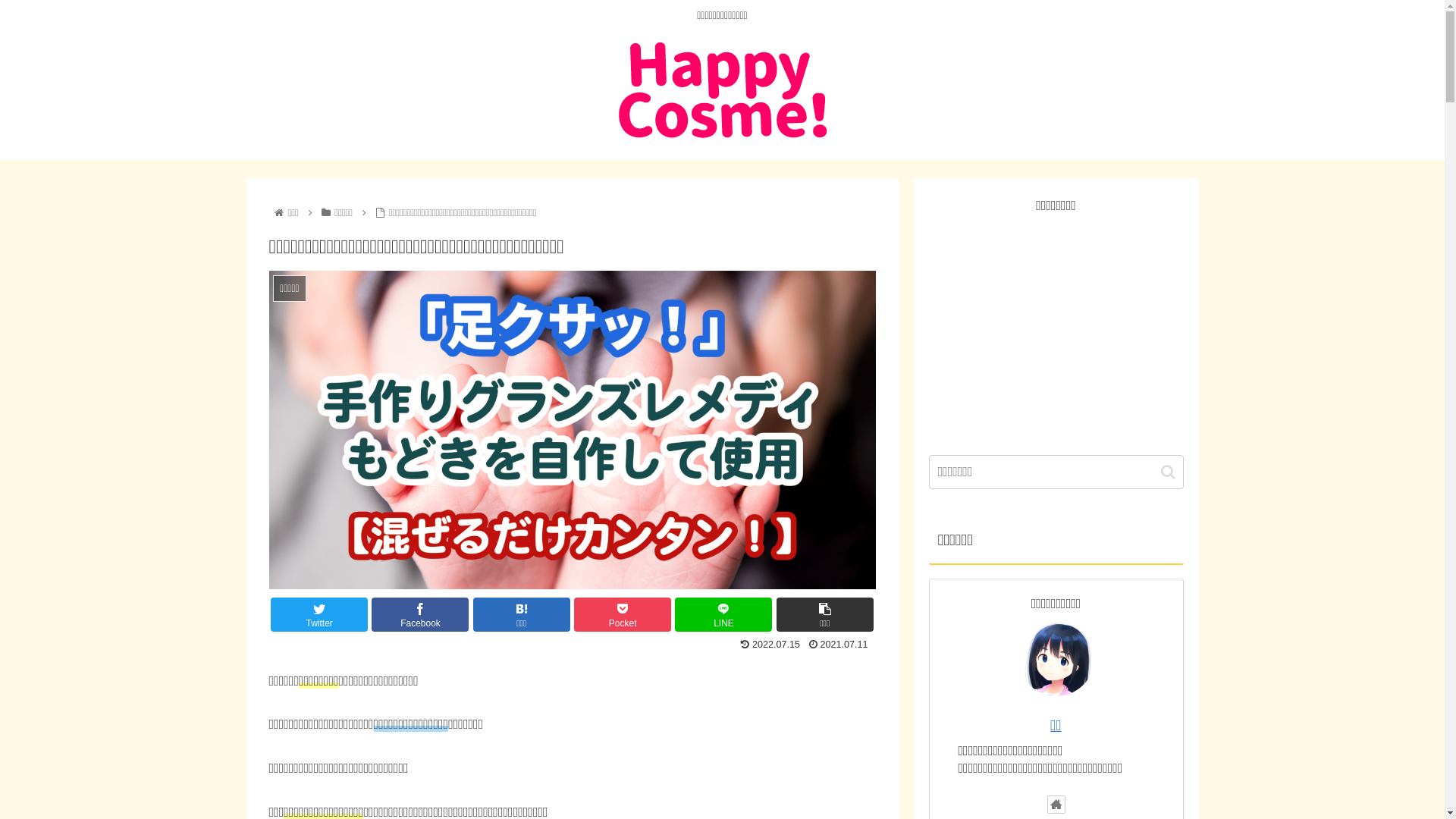 The height and width of the screenshot is (819, 1456). Describe the element at coordinates (419, 614) in the screenshot. I see `'Facebook'` at that location.